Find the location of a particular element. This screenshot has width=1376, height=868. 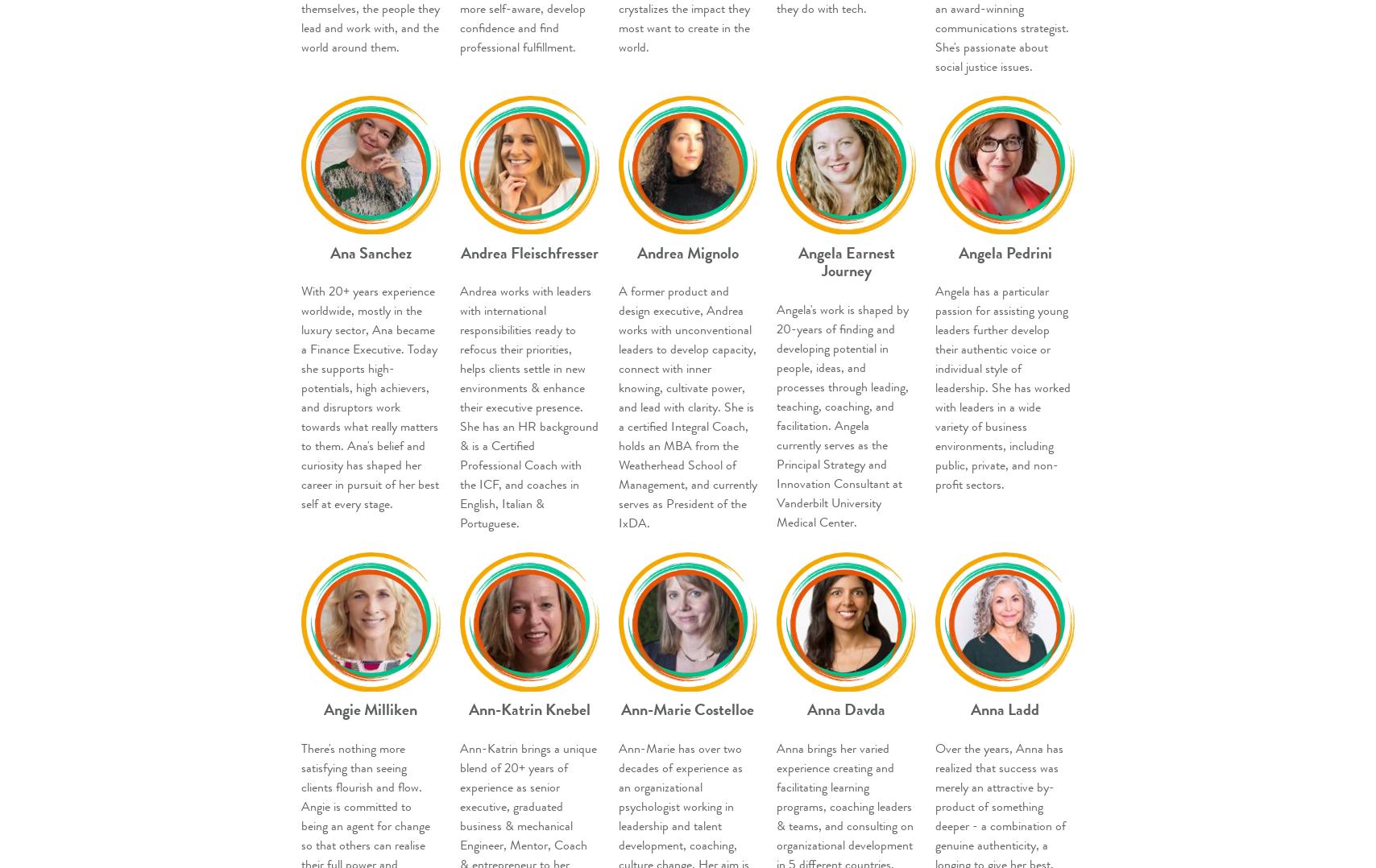

'Anna Davda' is located at coordinates (846, 709).